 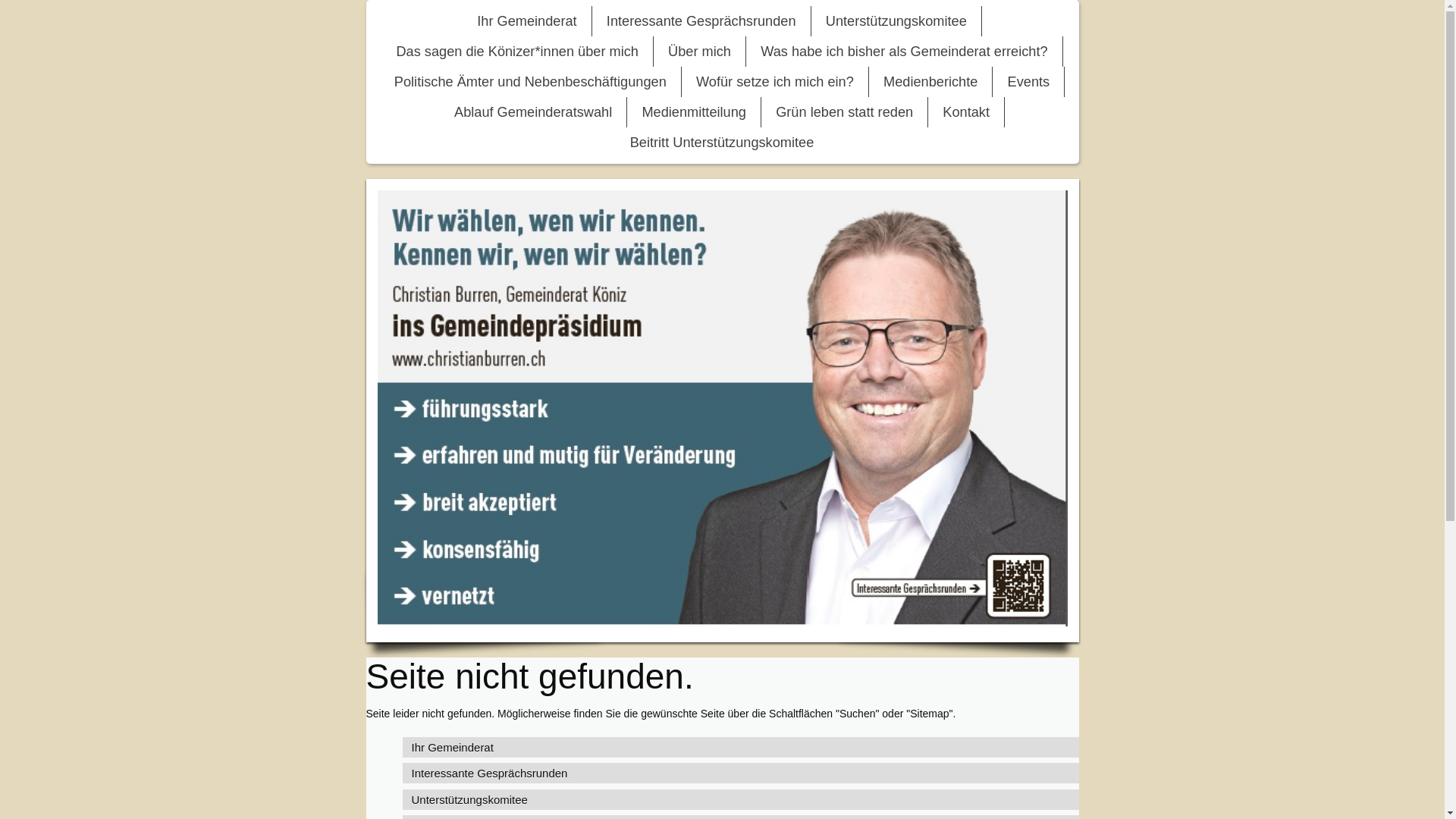 I want to click on 'Medienmitteilung', so click(x=693, y=111).